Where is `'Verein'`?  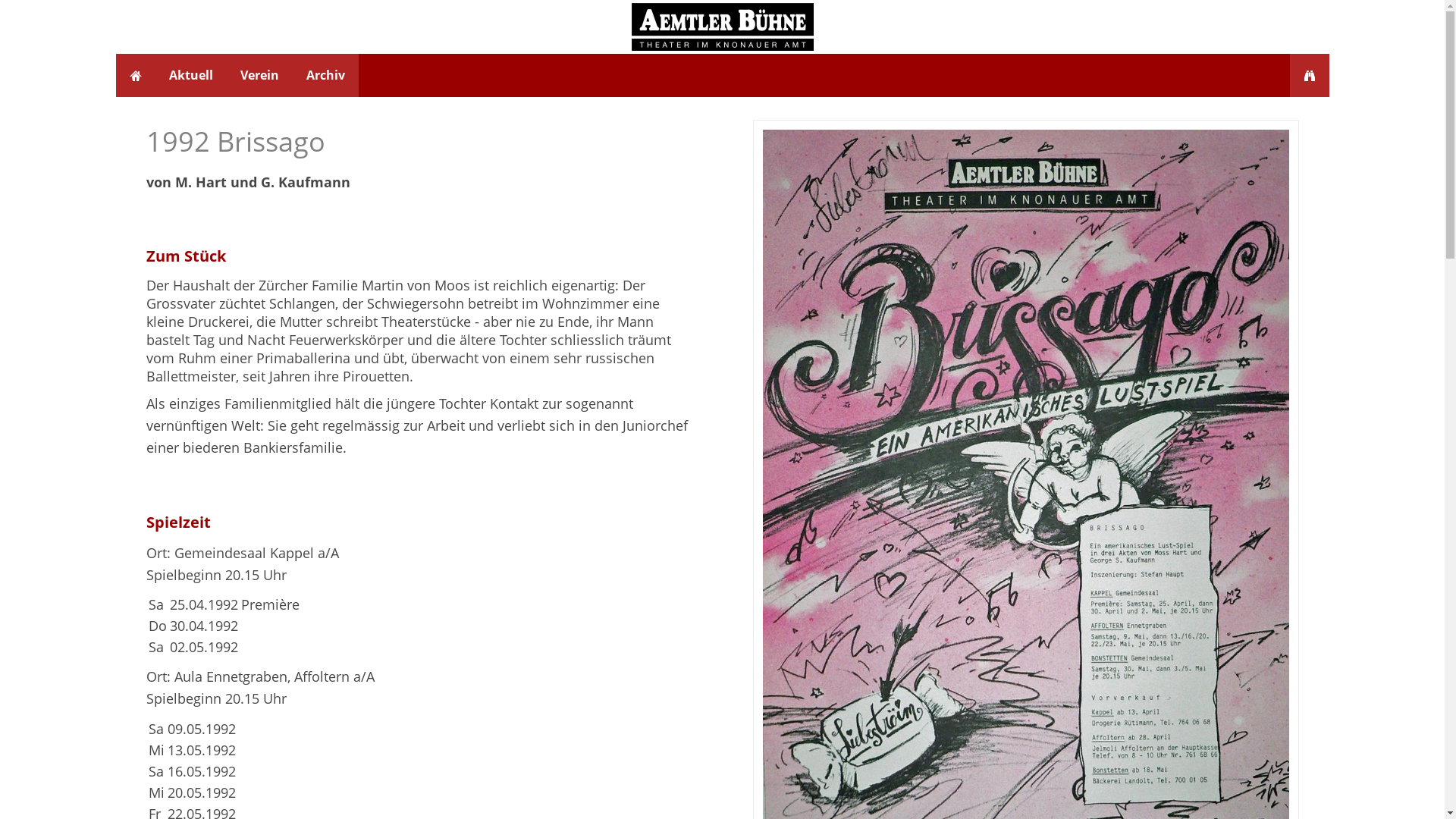
'Verein' is located at coordinates (259, 75).